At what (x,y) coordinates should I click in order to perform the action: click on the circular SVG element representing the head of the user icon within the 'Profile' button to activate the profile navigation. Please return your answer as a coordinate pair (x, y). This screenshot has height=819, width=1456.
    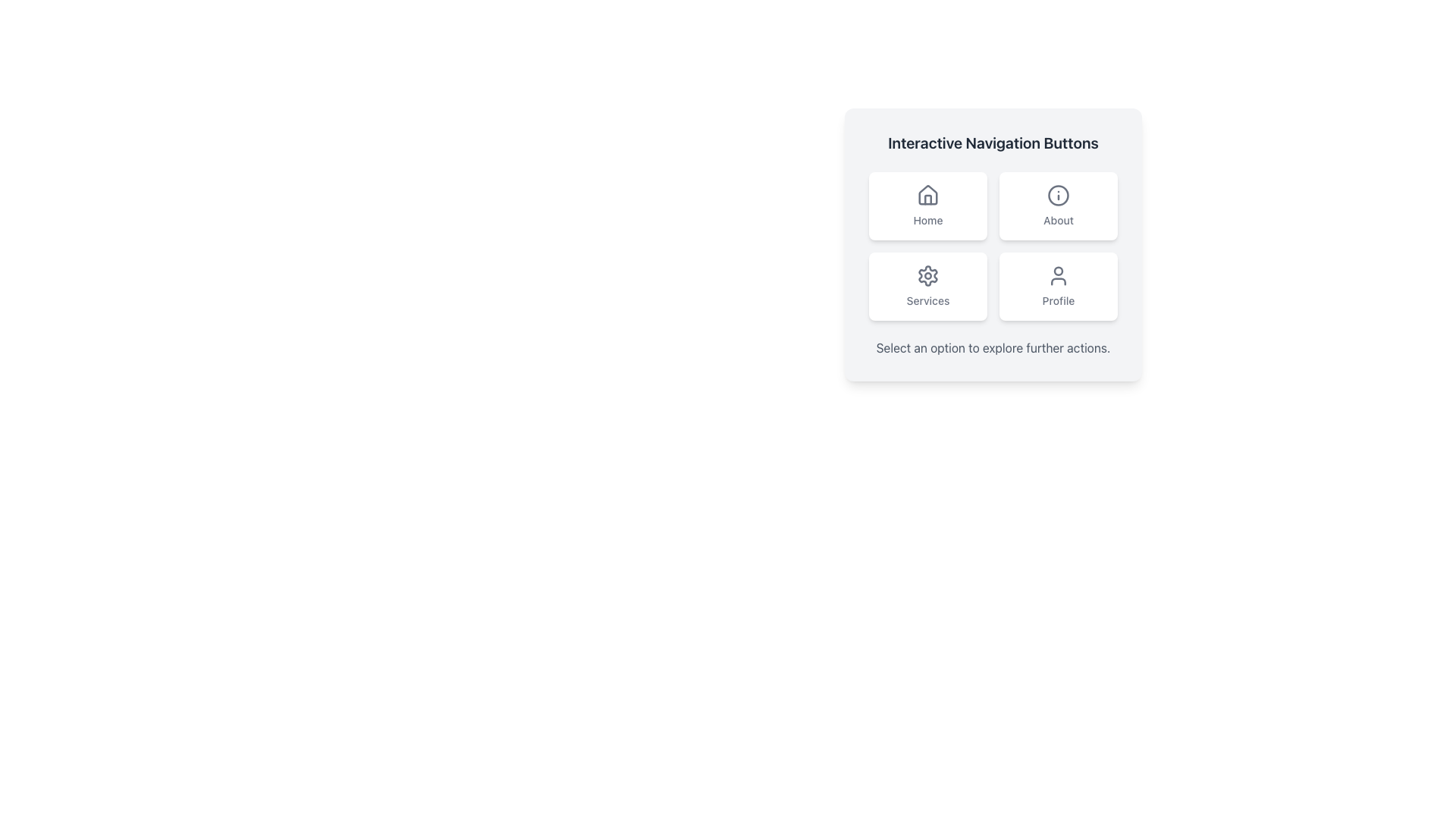
    Looking at the image, I should click on (1058, 270).